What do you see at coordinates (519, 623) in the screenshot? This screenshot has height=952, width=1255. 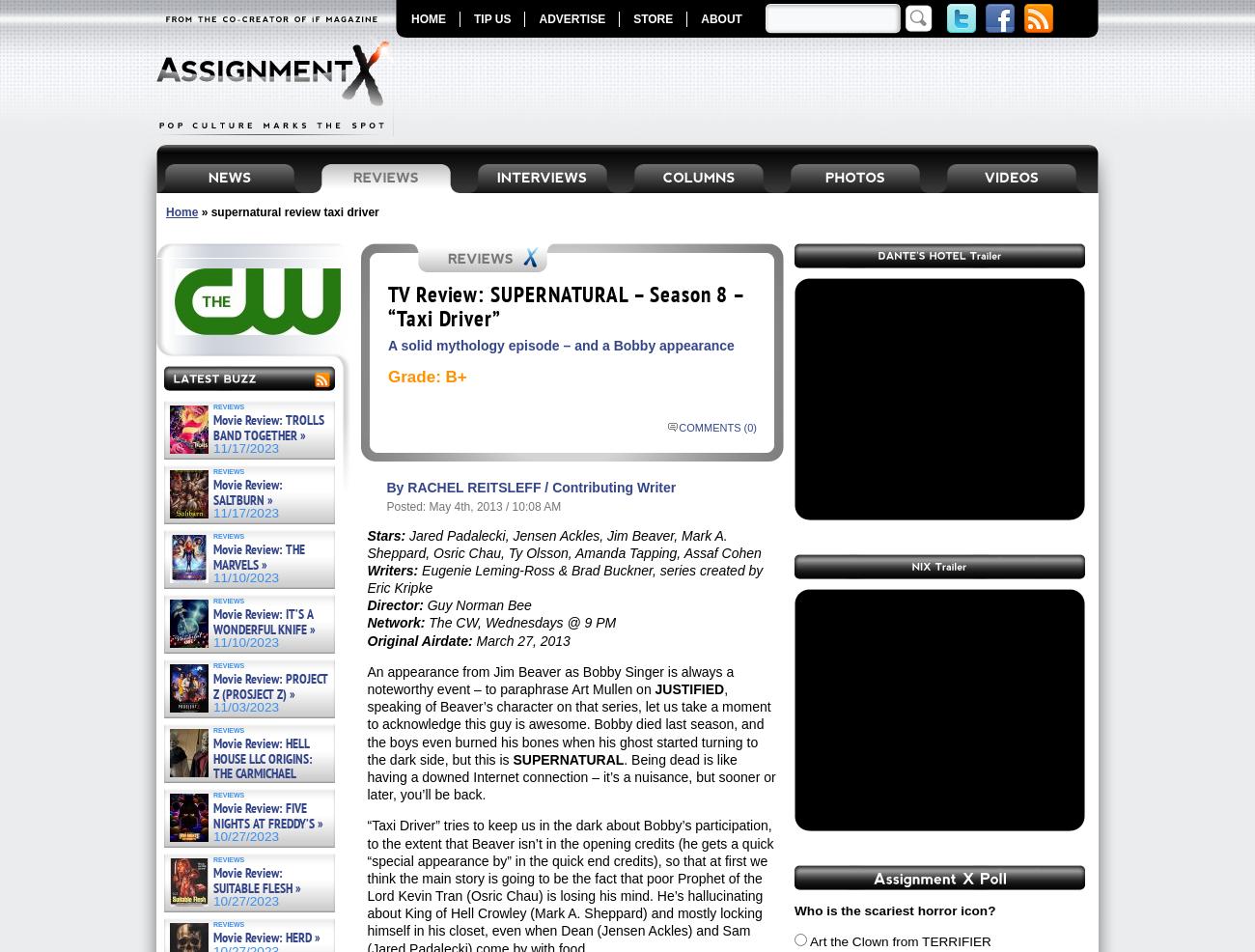 I see `'The CW, Wednesdays @ 9 PM'` at bounding box center [519, 623].